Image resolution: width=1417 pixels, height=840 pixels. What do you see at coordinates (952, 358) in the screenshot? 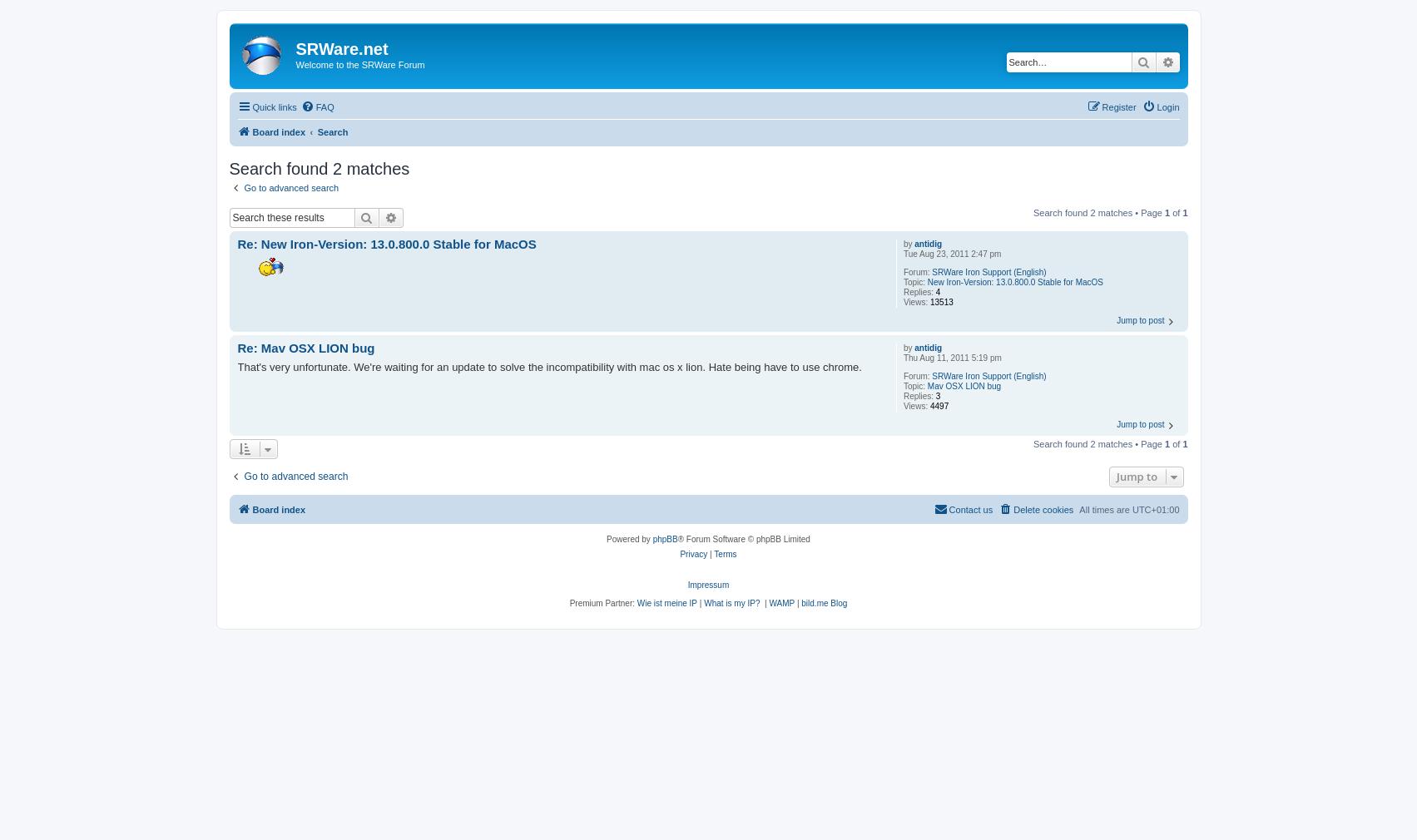
I see `'Thu Aug 11, 2011 5:19 pm'` at bounding box center [952, 358].